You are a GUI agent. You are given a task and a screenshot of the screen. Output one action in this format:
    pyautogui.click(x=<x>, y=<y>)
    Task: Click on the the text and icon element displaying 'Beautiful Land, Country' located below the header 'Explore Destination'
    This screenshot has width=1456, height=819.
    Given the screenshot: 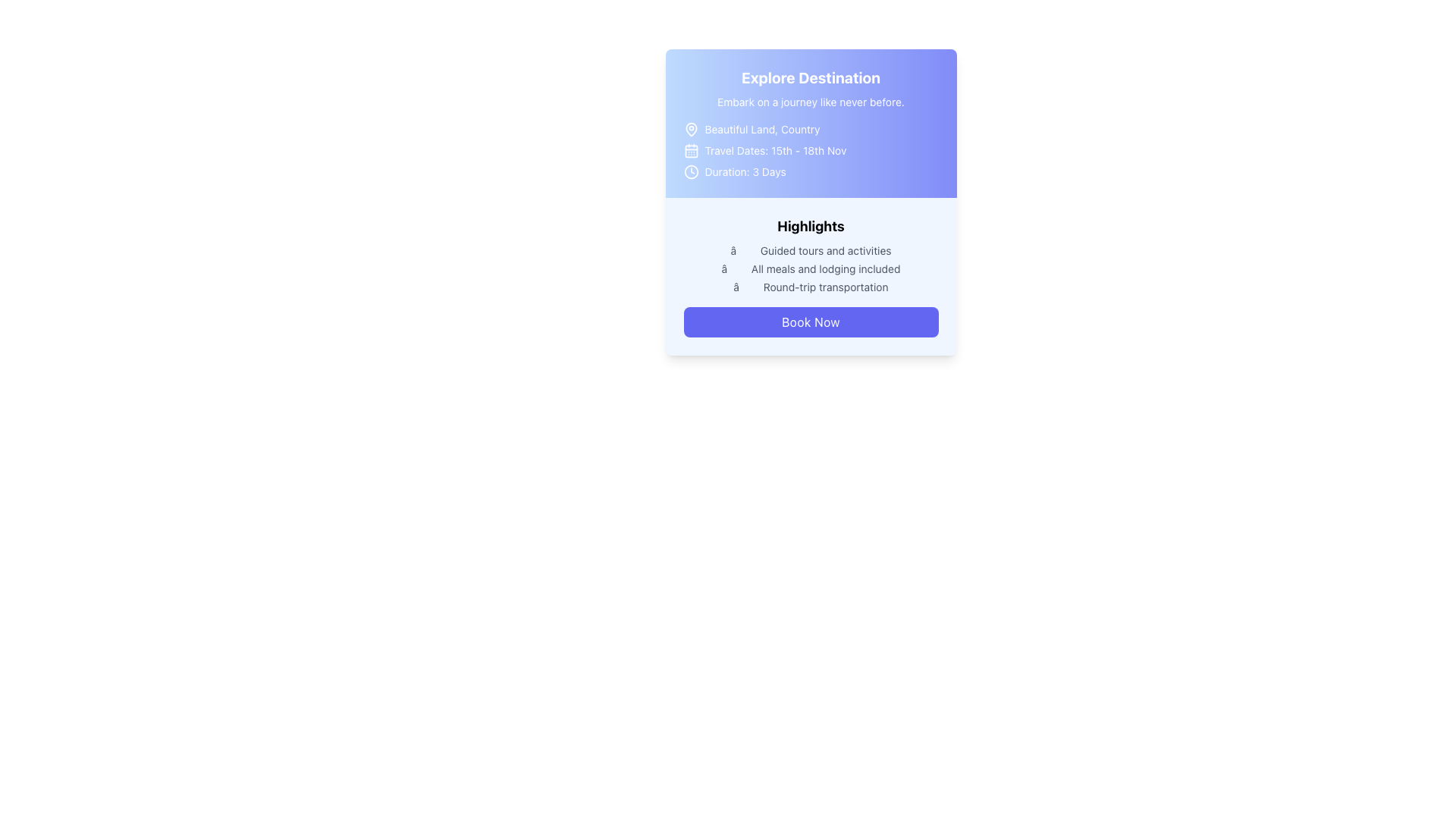 What is the action you would take?
    pyautogui.click(x=810, y=128)
    